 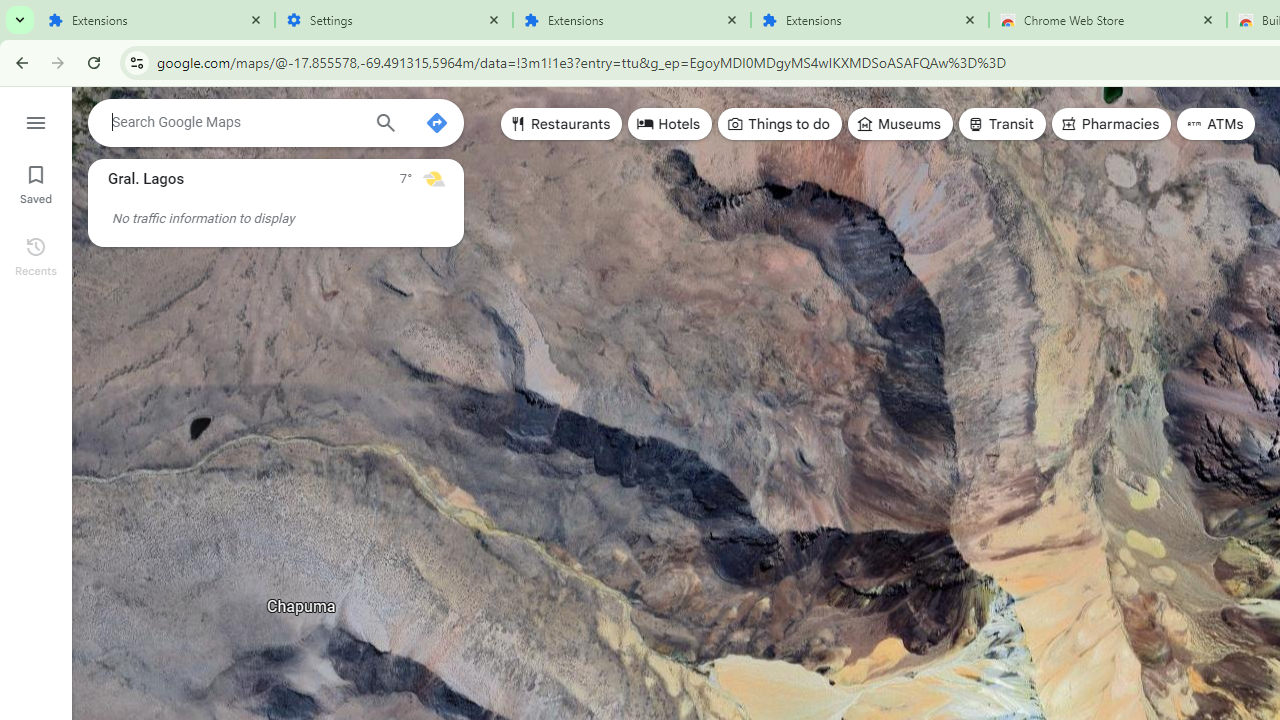 What do you see at coordinates (35, 120) in the screenshot?
I see `'Menu'` at bounding box center [35, 120].